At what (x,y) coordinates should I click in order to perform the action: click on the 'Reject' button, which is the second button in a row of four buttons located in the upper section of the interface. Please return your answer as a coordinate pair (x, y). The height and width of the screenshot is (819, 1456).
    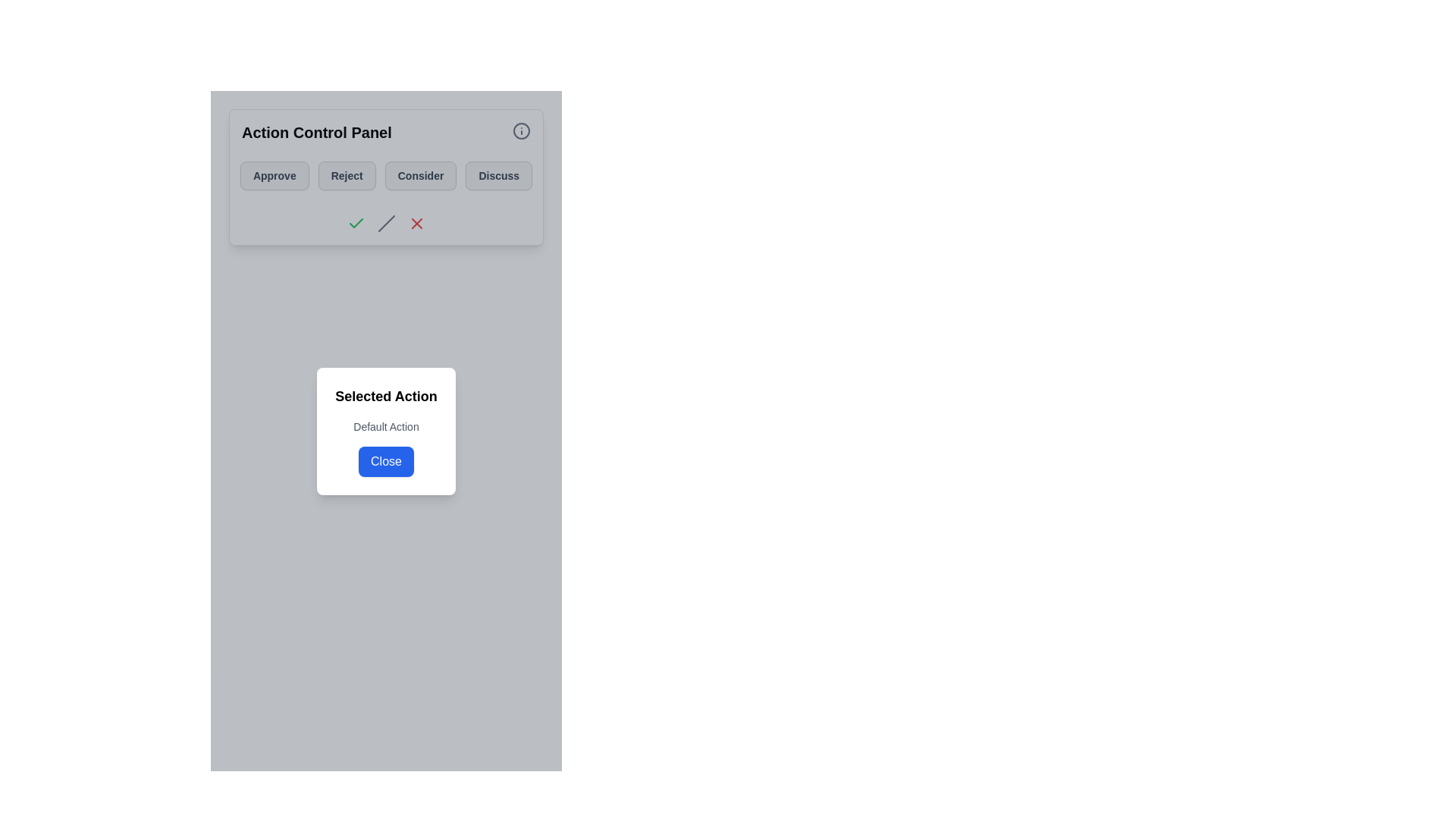
    Looking at the image, I should click on (346, 174).